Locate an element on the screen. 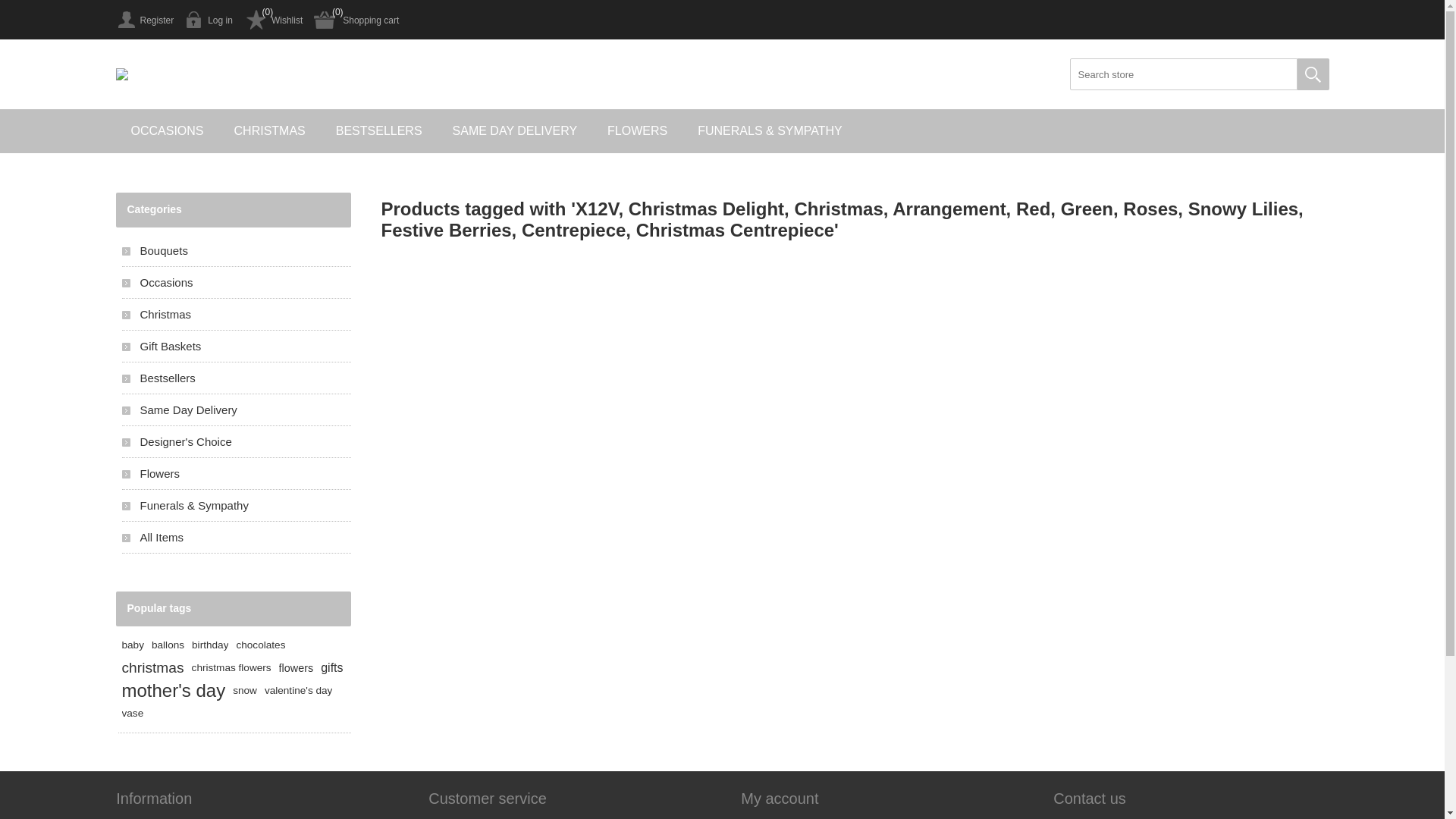 This screenshot has width=1456, height=819. 'gifts' is located at coordinates (319, 667).